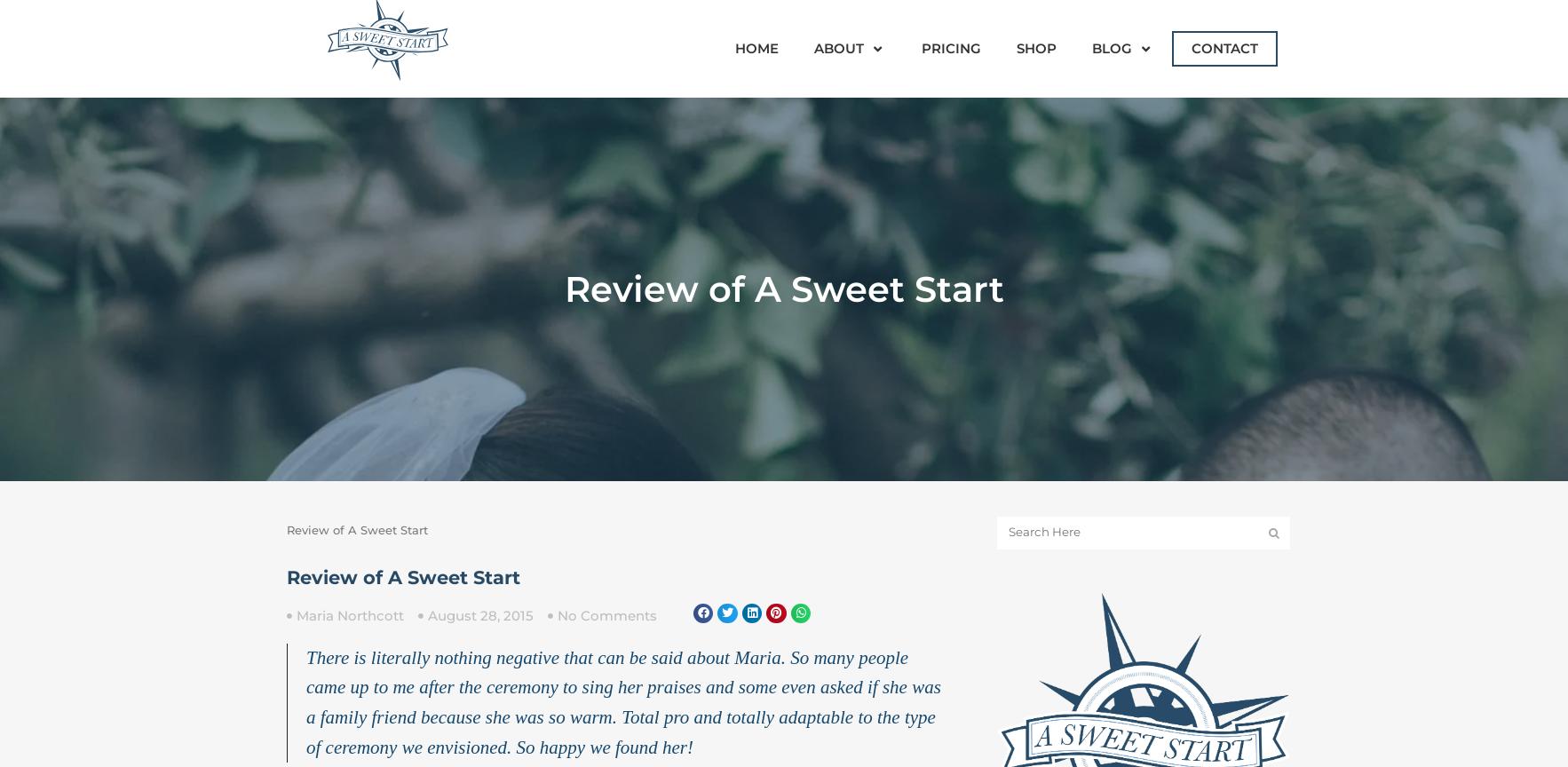 The image size is (1568, 767). I want to click on 'Planning Tips', so click(1144, 202).